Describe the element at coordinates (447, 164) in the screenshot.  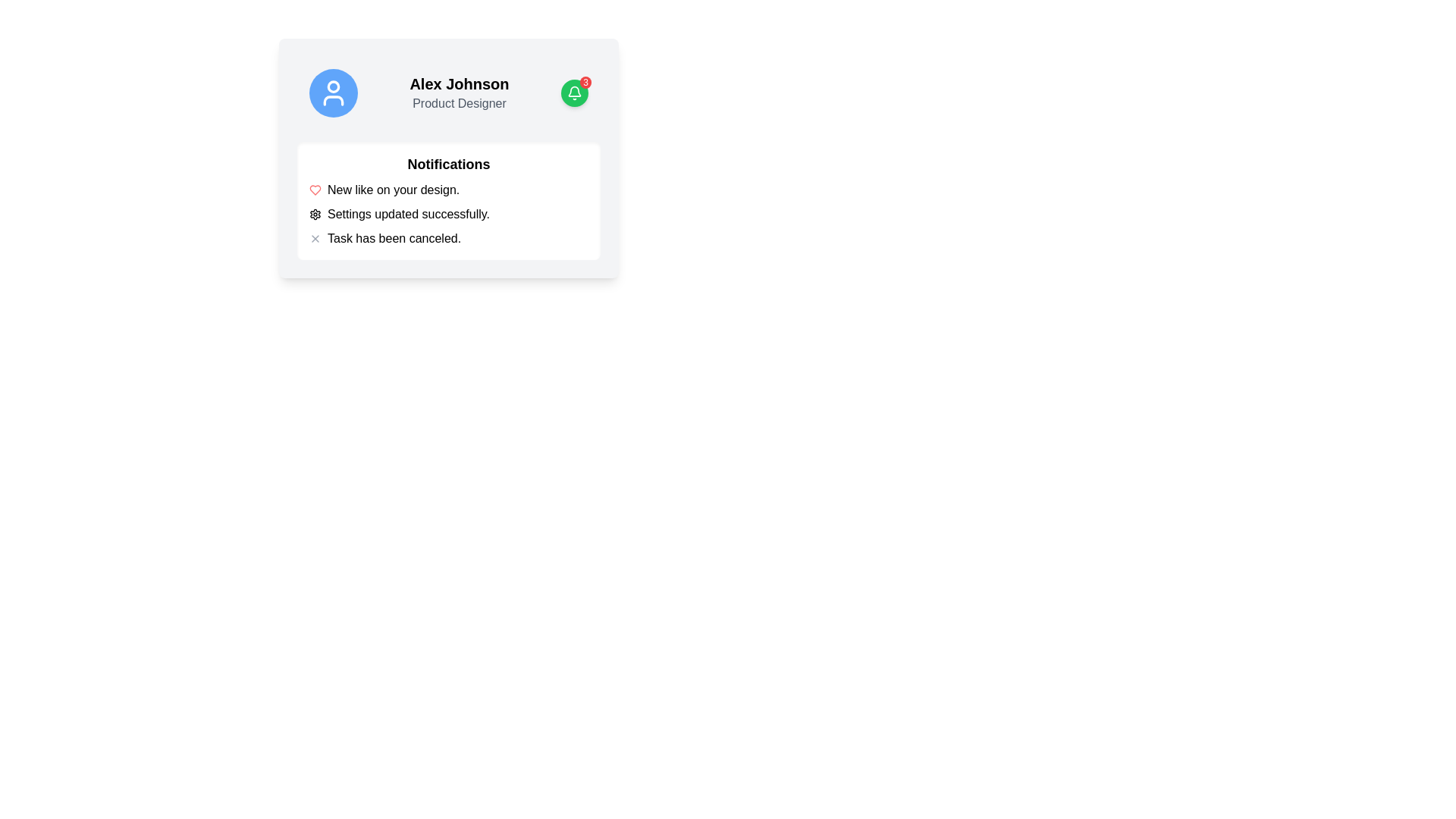
I see `the heading text indicating the notifications section, which is positioned at the top of a white card displaying notification details` at that location.